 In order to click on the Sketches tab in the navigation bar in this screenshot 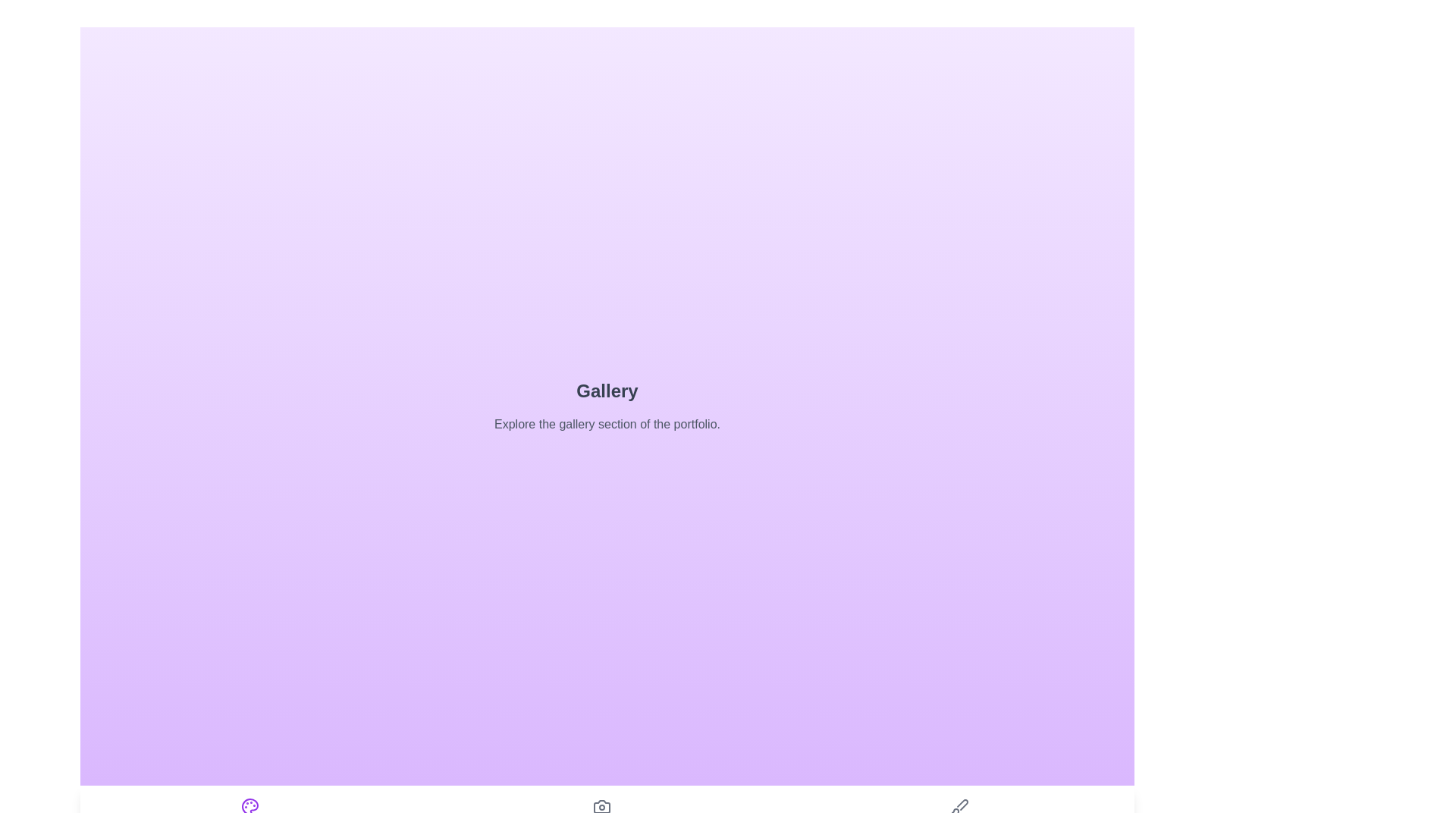, I will do `click(959, 815)`.